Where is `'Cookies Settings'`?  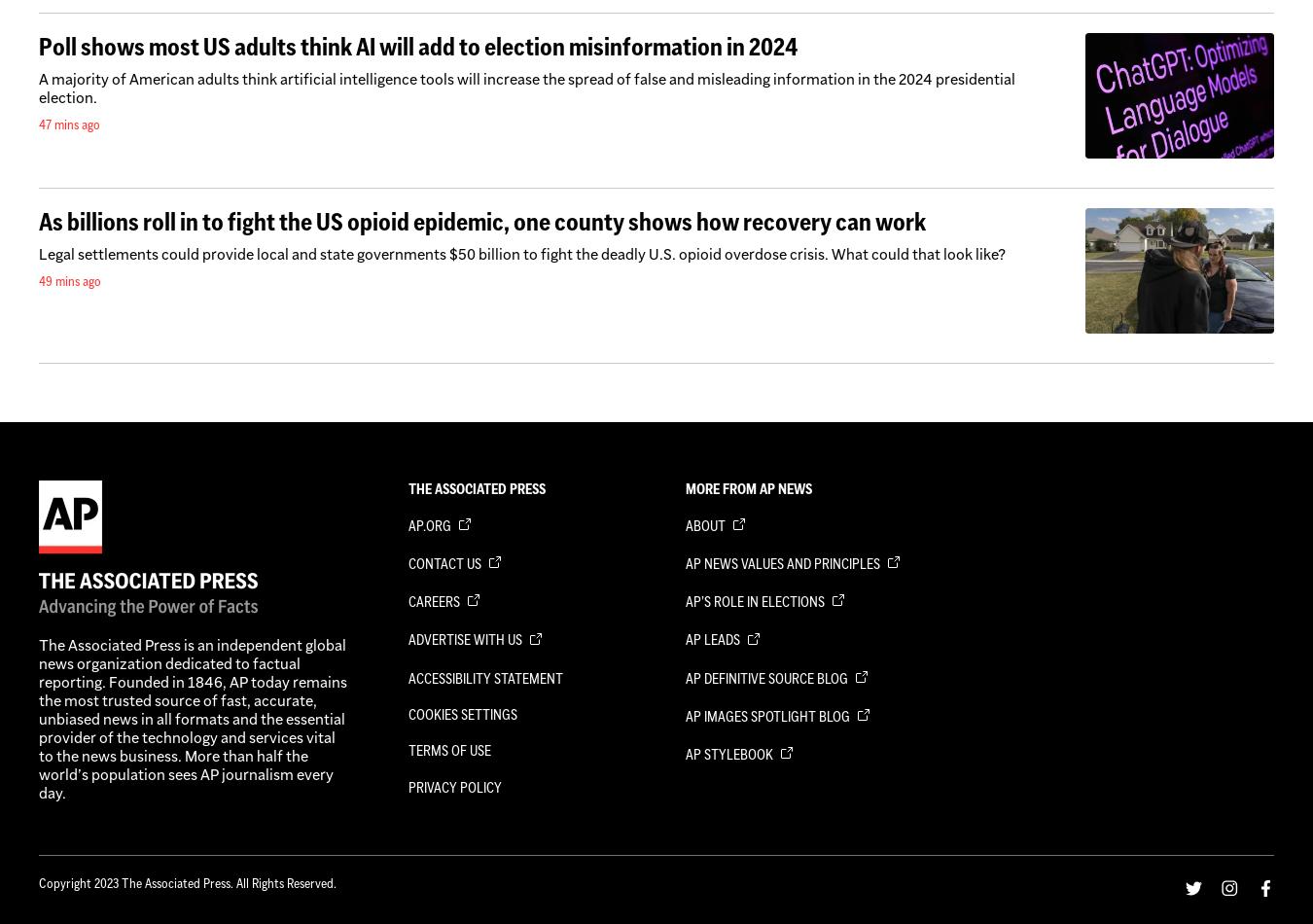
'Cookies Settings' is located at coordinates (462, 712).